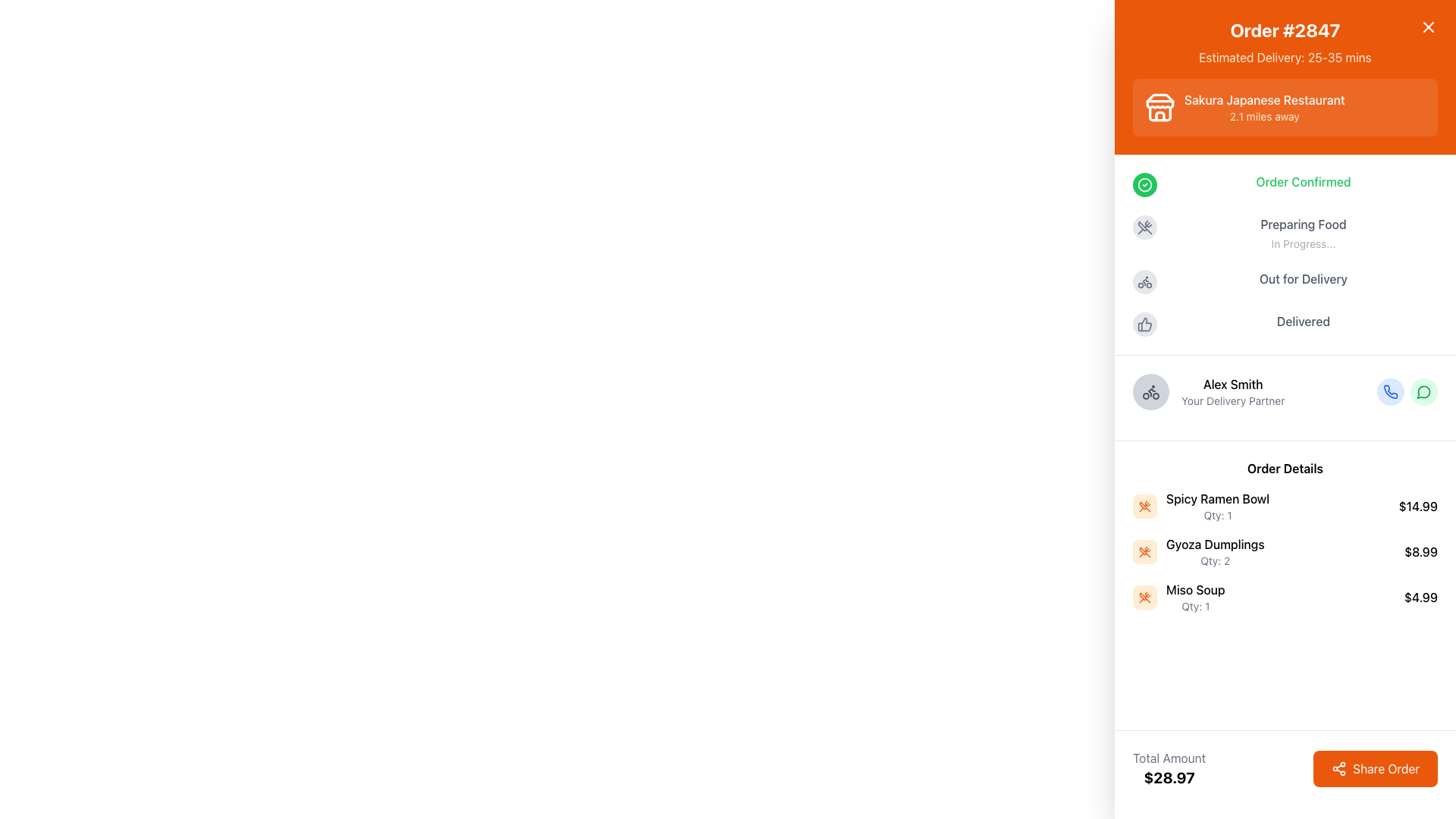 The width and height of the screenshot is (1456, 819). What do you see at coordinates (1145, 184) in the screenshot?
I see `the Status indicator button that shows the confirmed status of the order, located to the left of the 'Order Confirmed' label in the 'Order Tracking' section` at bounding box center [1145, 184].